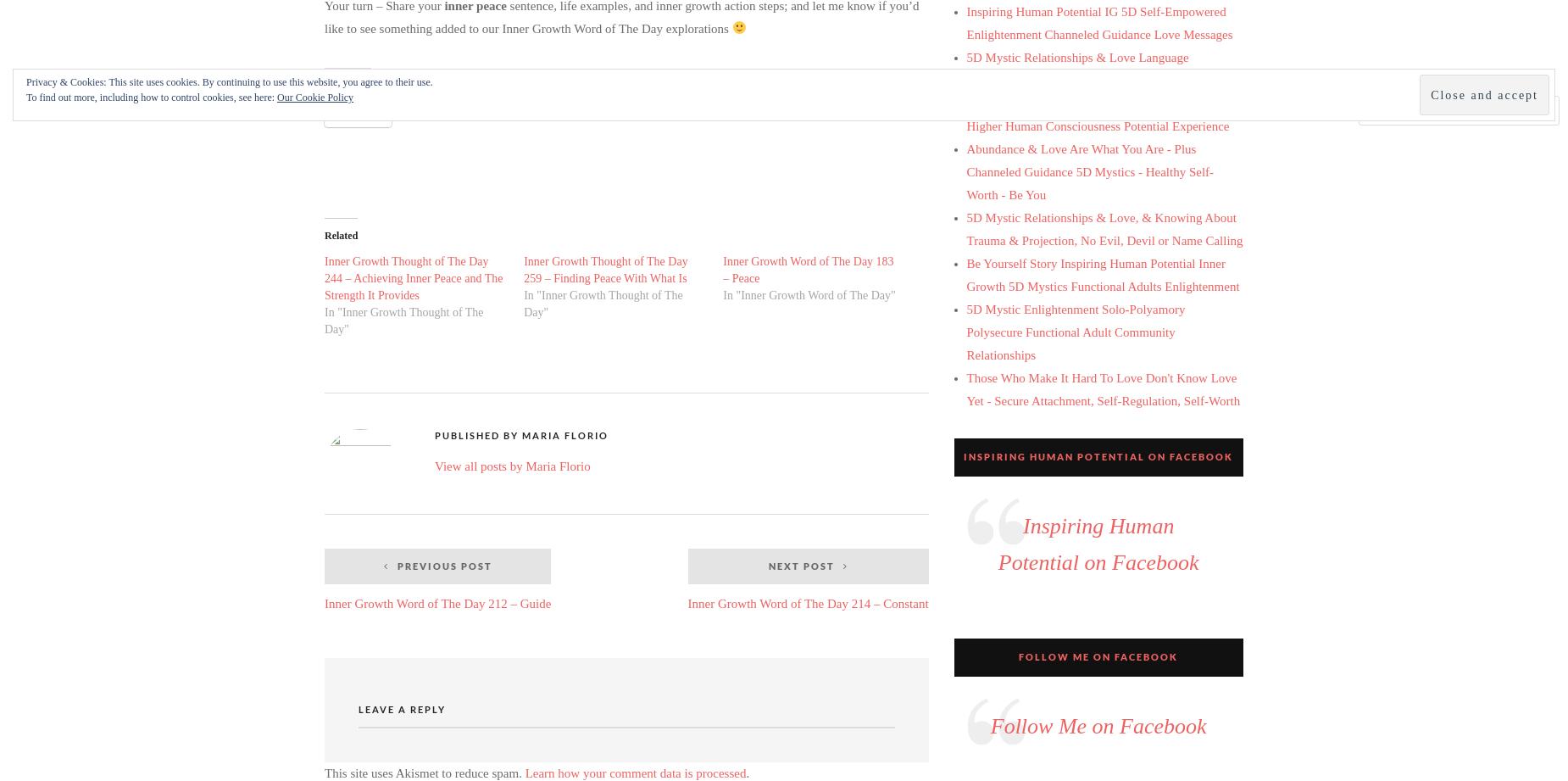  I want to click on 'Follow', so click(1498, 110).